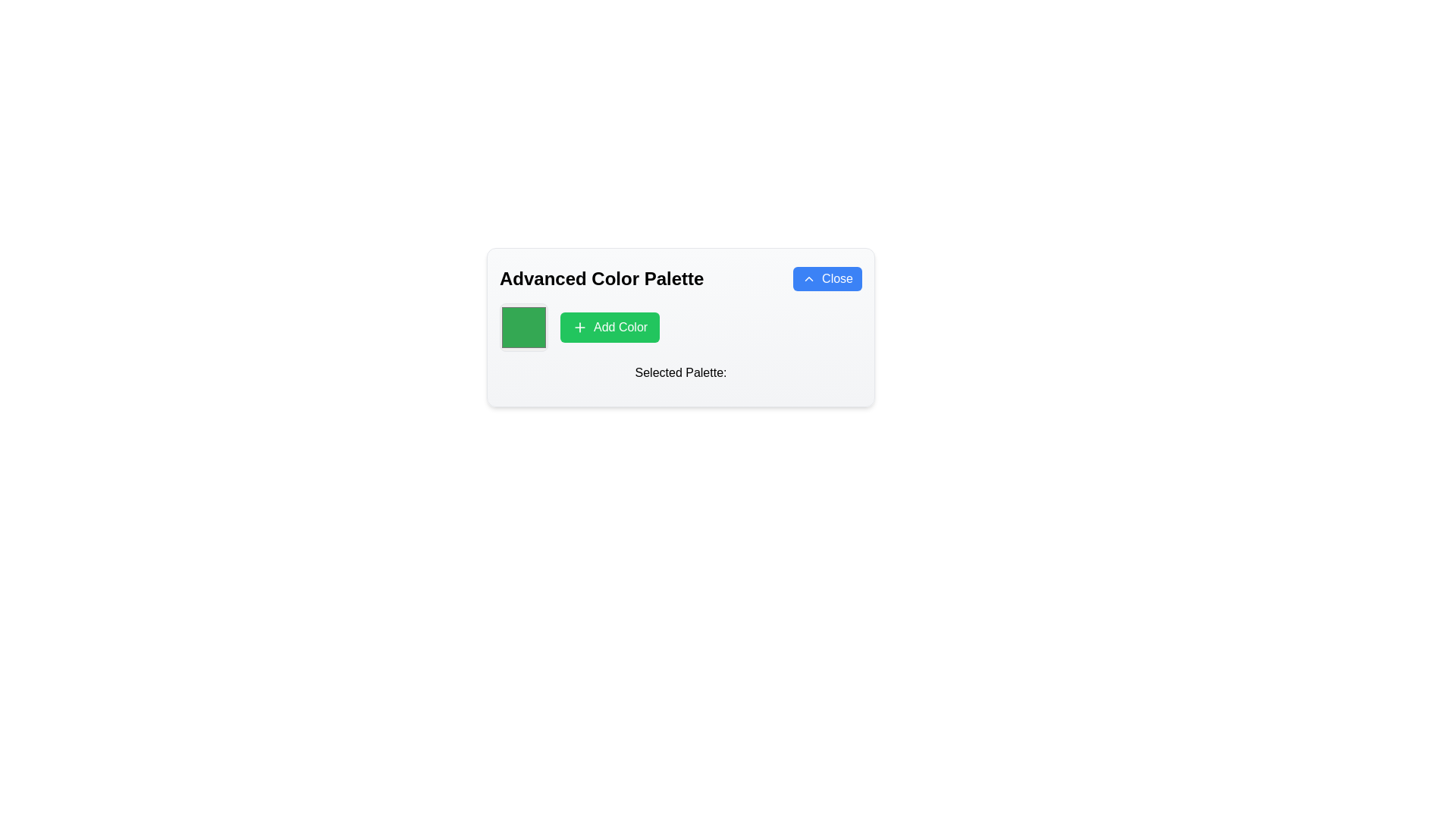 The height and width of the screenshot is (819, 1456). Describe the element at coordinates (827, 278) in the screenshot. I see `the close button located at the top-right of the 'Advanced Color Palette' panel` at that location.